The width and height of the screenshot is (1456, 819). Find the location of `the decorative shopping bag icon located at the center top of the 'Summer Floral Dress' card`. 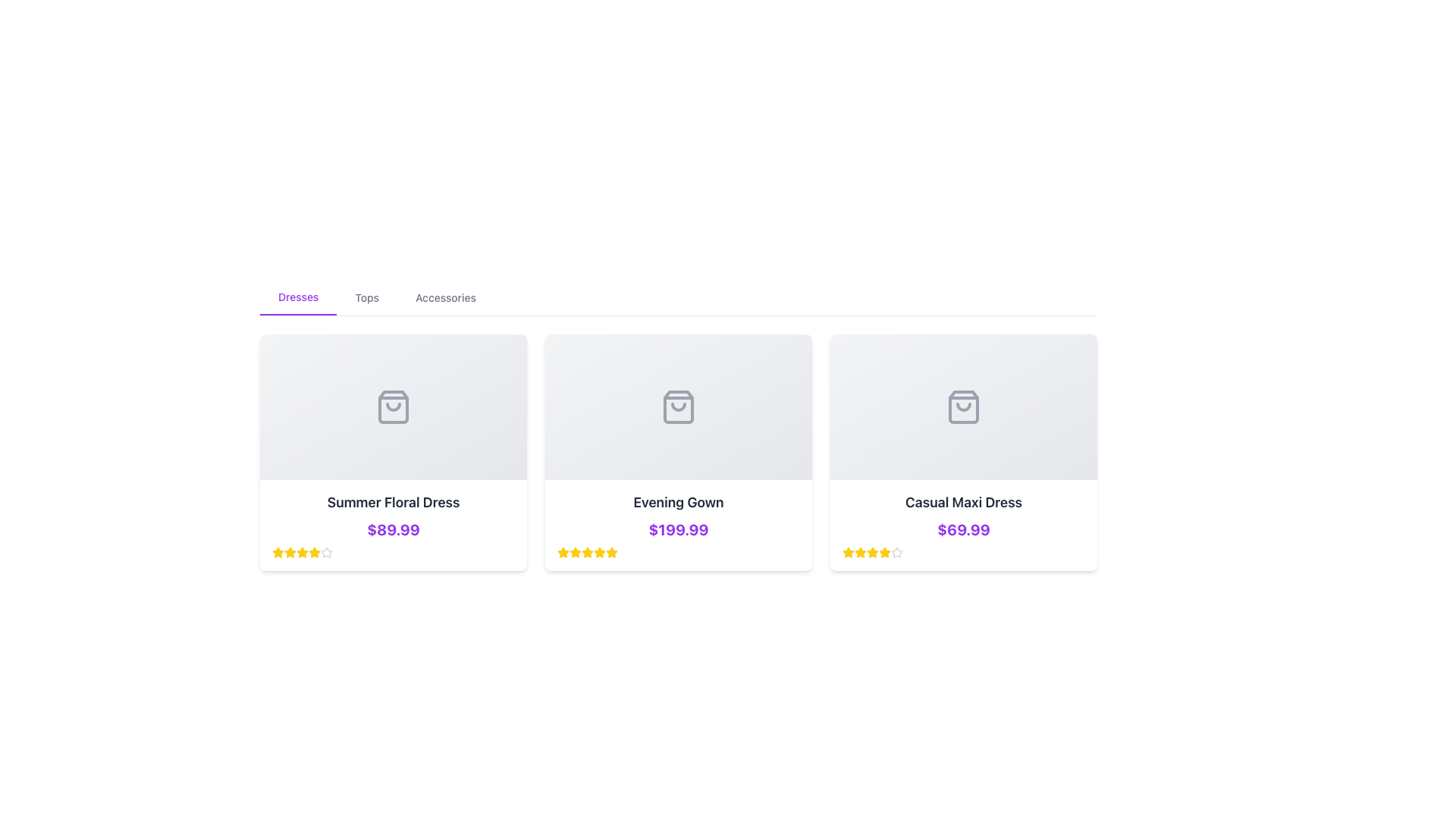

the decorative shopping bag icon located at the center top of the 'Summer Floral Dress' card is located at coordinates (393, 406).